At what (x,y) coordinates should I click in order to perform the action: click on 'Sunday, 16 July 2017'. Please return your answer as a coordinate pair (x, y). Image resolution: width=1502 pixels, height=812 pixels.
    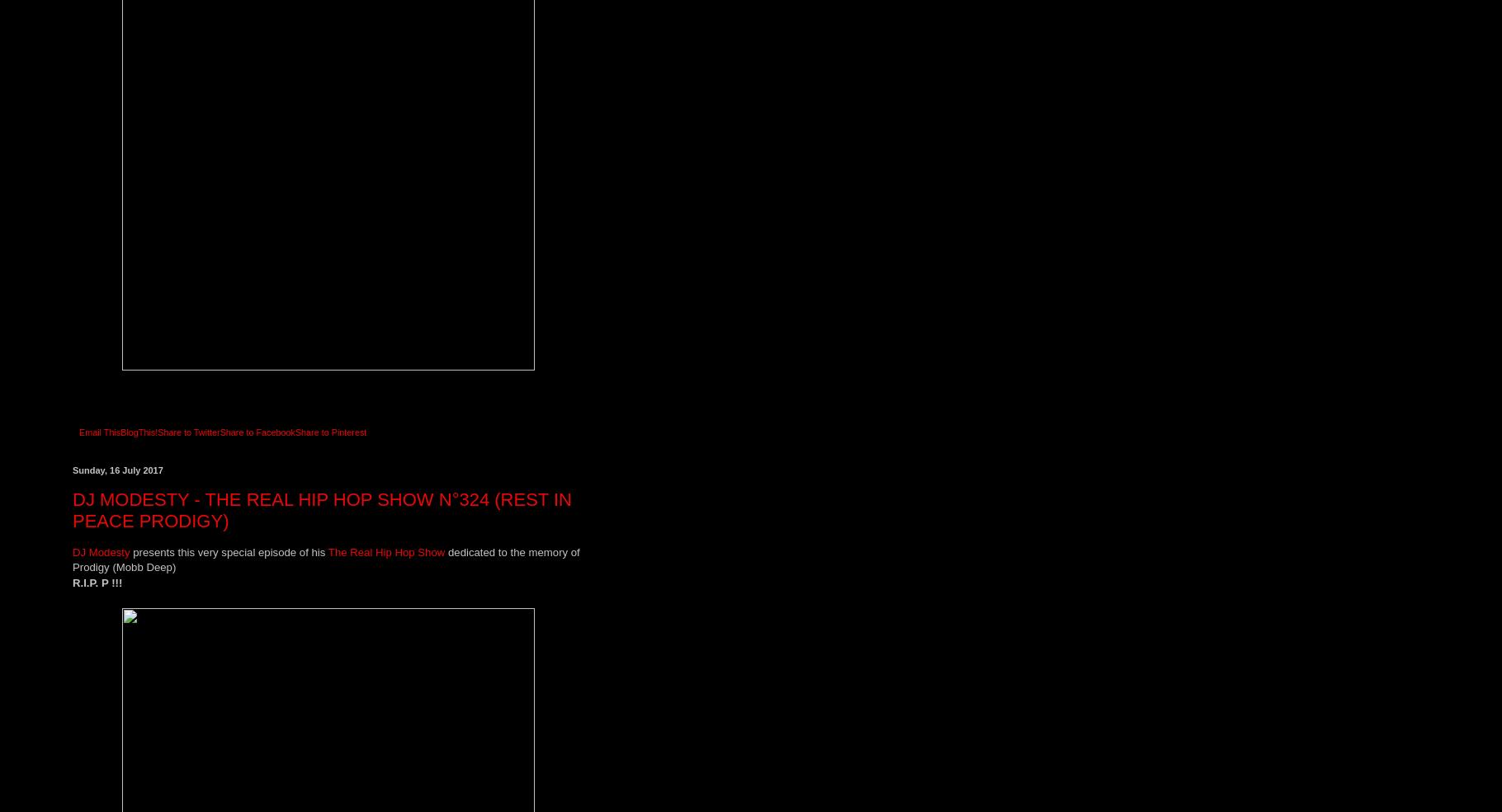
    Looking at the image, I should click on (117, 470).